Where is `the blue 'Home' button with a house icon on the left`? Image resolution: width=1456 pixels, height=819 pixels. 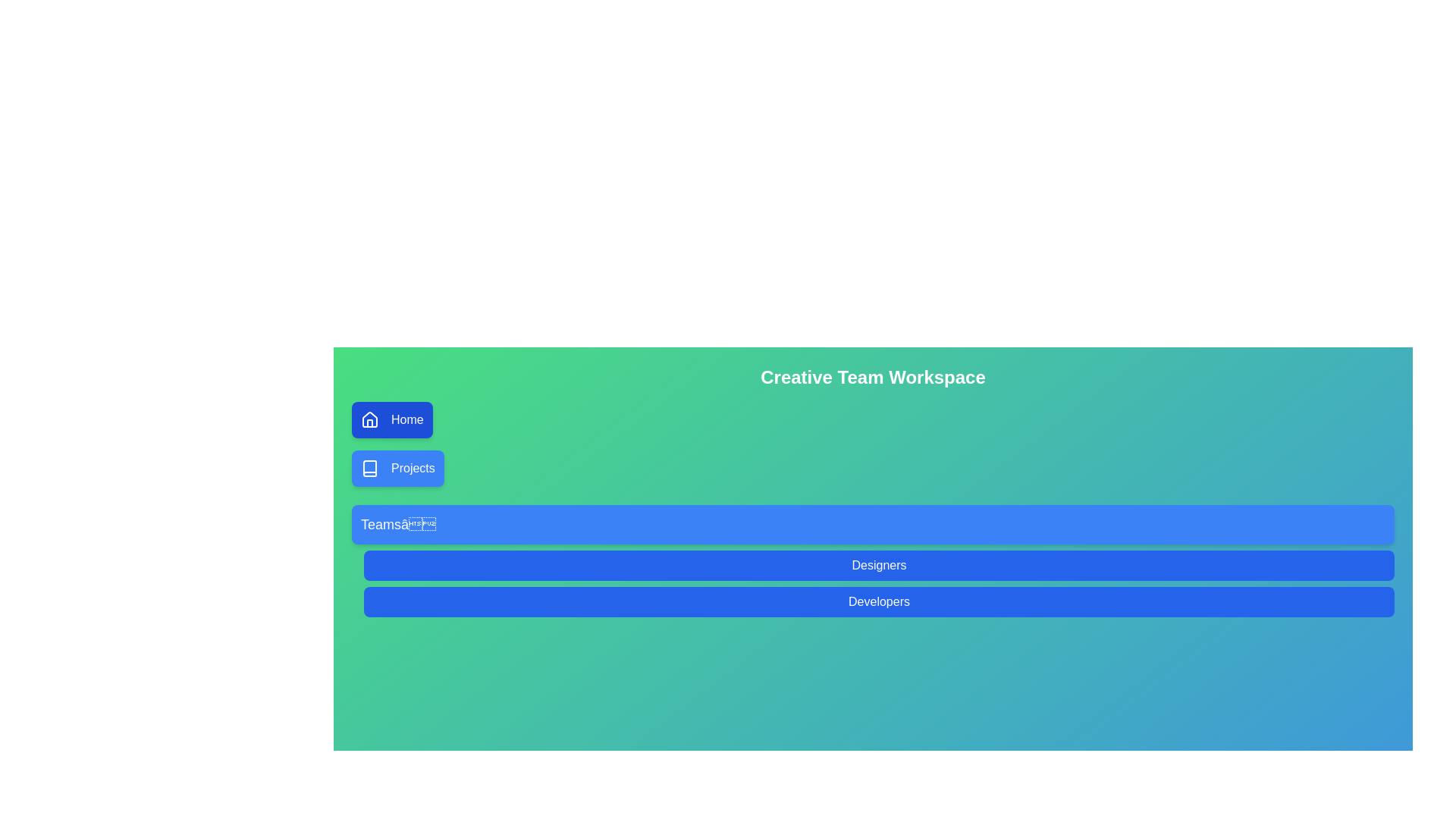
the blue 'Home' button with a house icon on the left is located at coordinates (392, 420).